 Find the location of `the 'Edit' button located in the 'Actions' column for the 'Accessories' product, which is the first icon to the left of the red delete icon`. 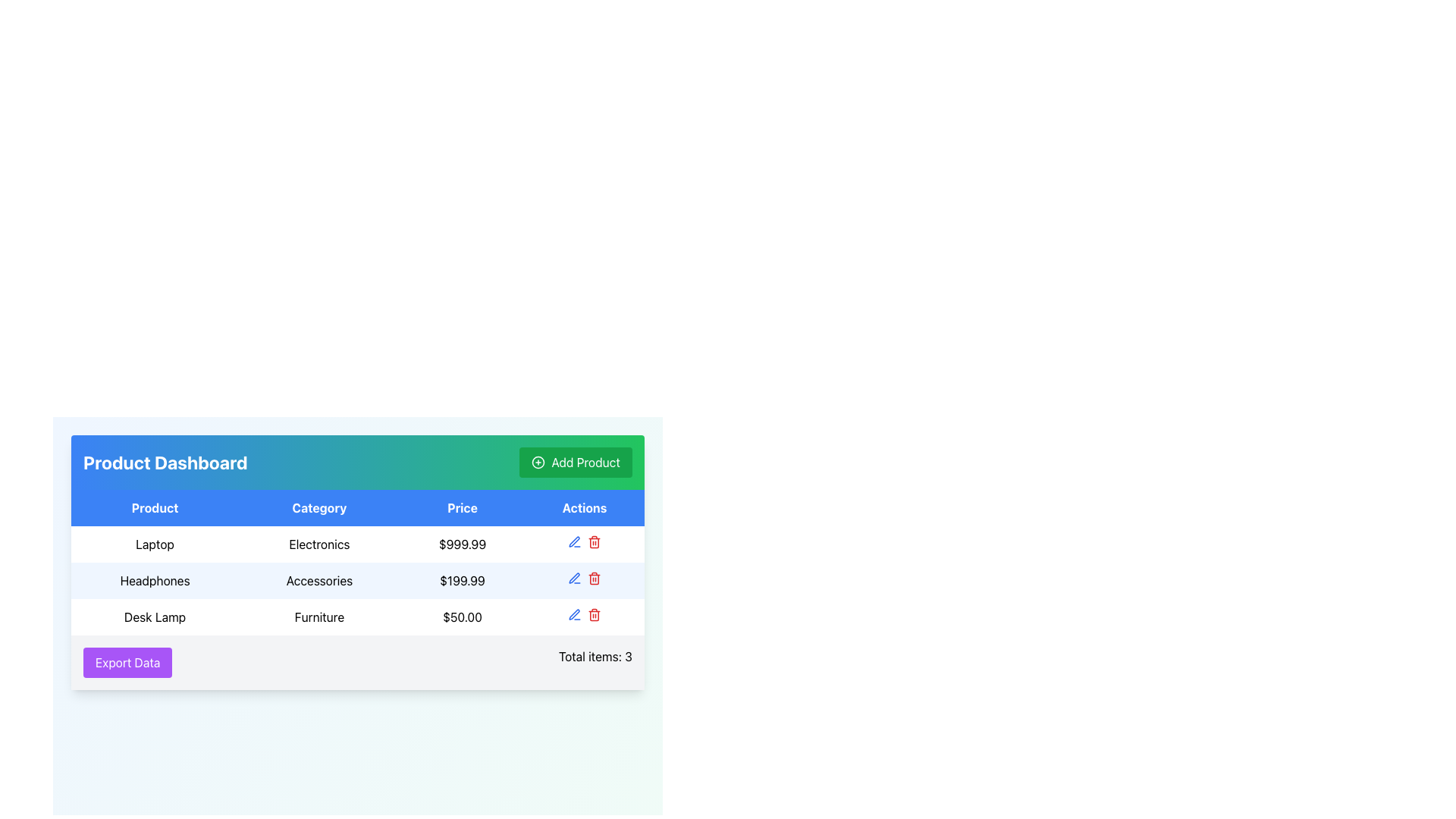

the 'Edit' button located in the 'Actions' column for the 'Accessories' product, which is the first icon to the left of the red delete icon is located at coordinates (574, 579).